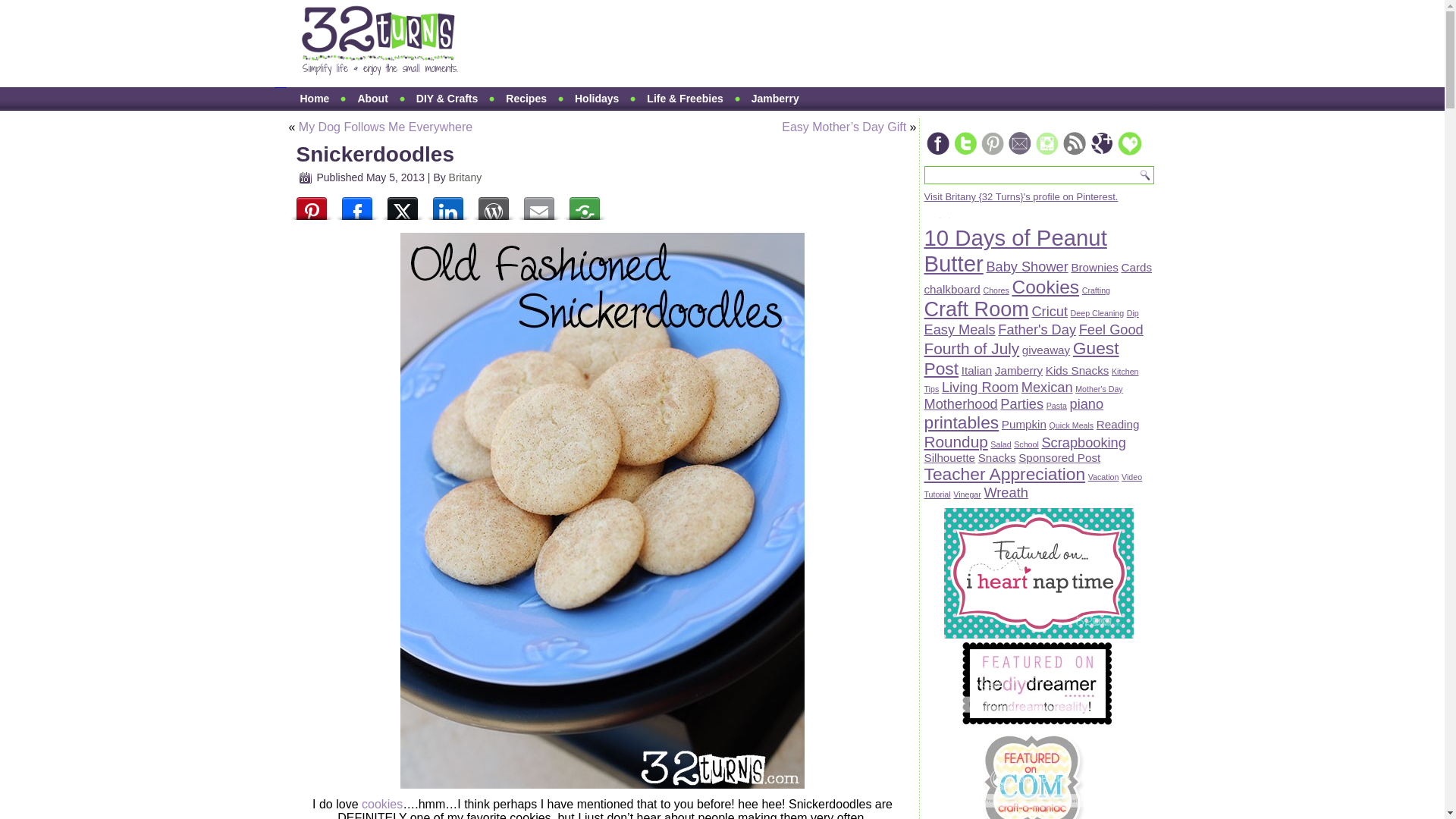 The height and width of the screenshot is (819, 1456). What do you see at coordinates (949, 457) in the screenshot?
I see `'Silhouette'` at bounding box center [949, 457].